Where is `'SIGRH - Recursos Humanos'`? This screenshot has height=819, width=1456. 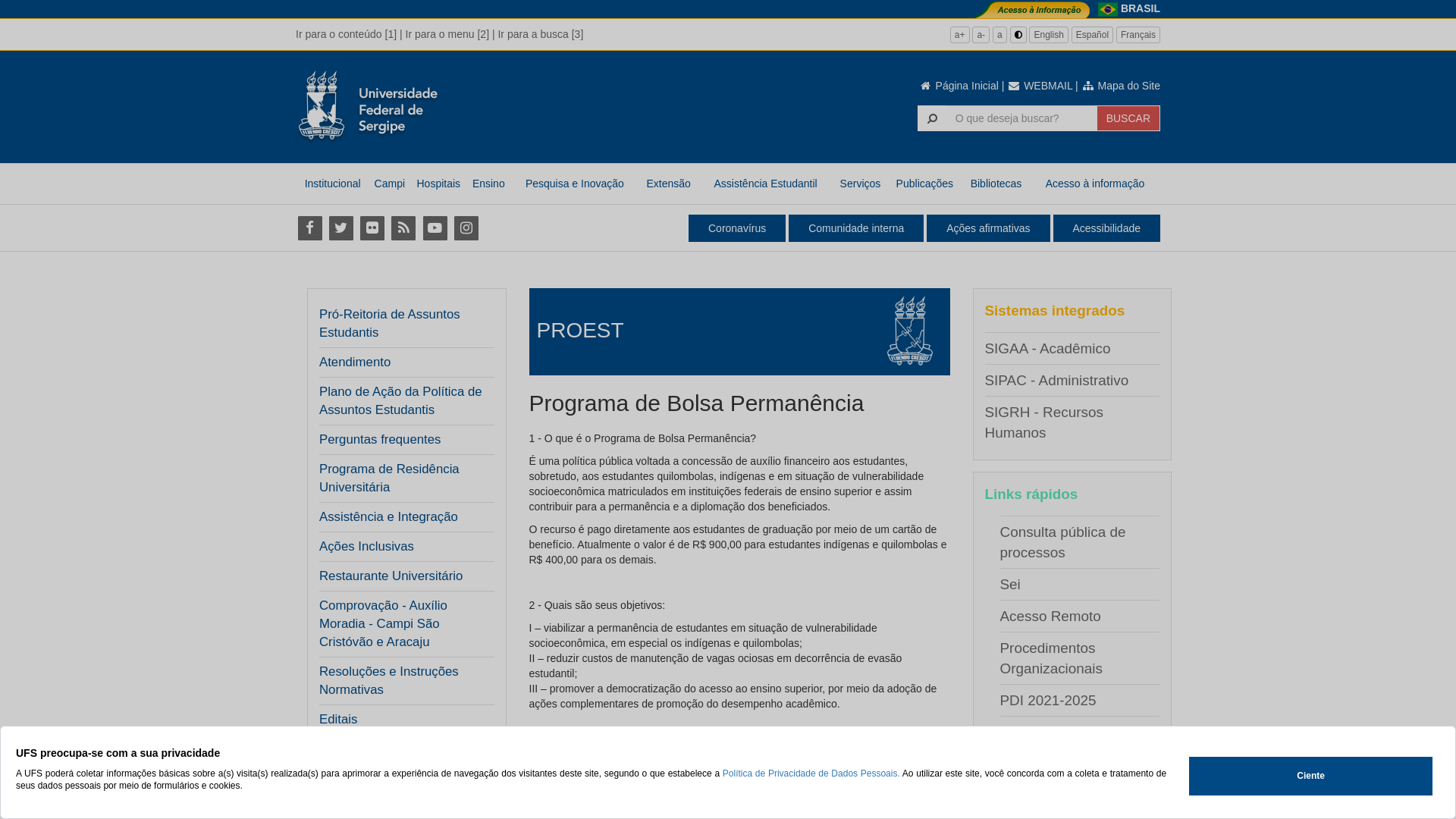 'SIGRH - Recursos Humanos' is located at coordinates (984, 422).